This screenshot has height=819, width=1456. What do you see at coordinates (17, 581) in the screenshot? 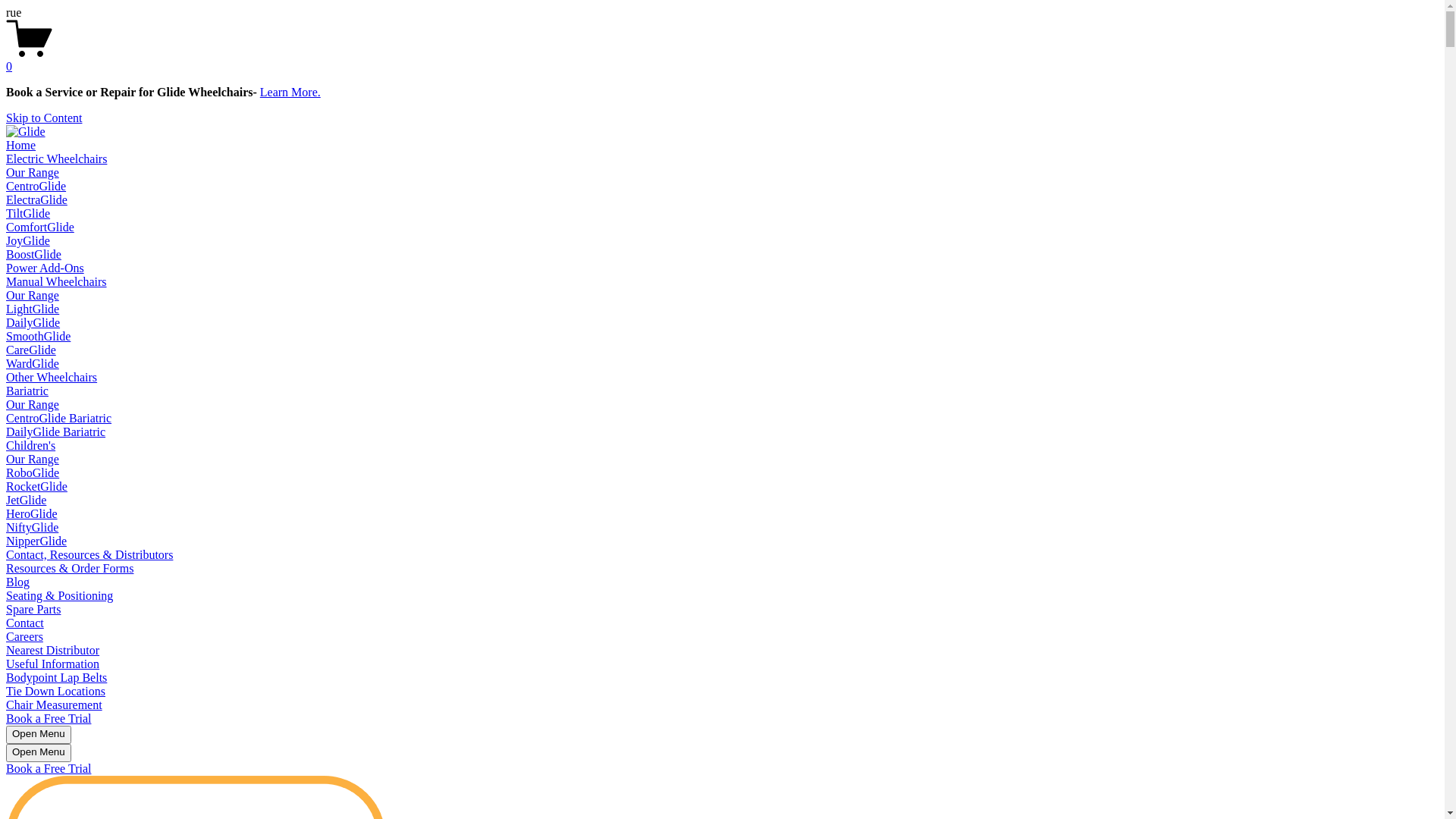
I see `'Blog'` at bounding box center [17, 581].